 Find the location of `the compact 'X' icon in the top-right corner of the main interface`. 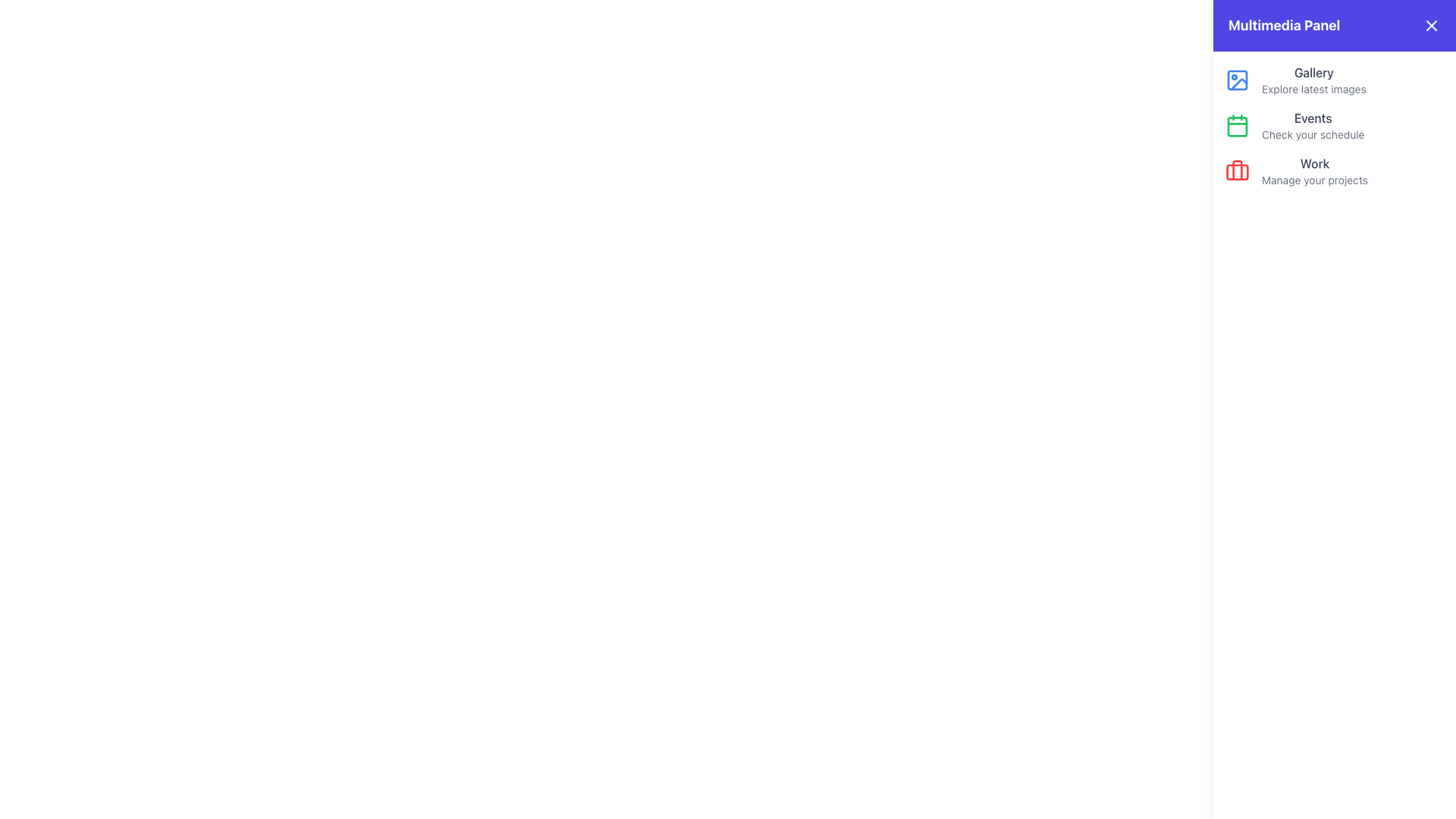

the compact 'X' icon in the top-right corner of the main interface is located at coordinates (1422, 33).